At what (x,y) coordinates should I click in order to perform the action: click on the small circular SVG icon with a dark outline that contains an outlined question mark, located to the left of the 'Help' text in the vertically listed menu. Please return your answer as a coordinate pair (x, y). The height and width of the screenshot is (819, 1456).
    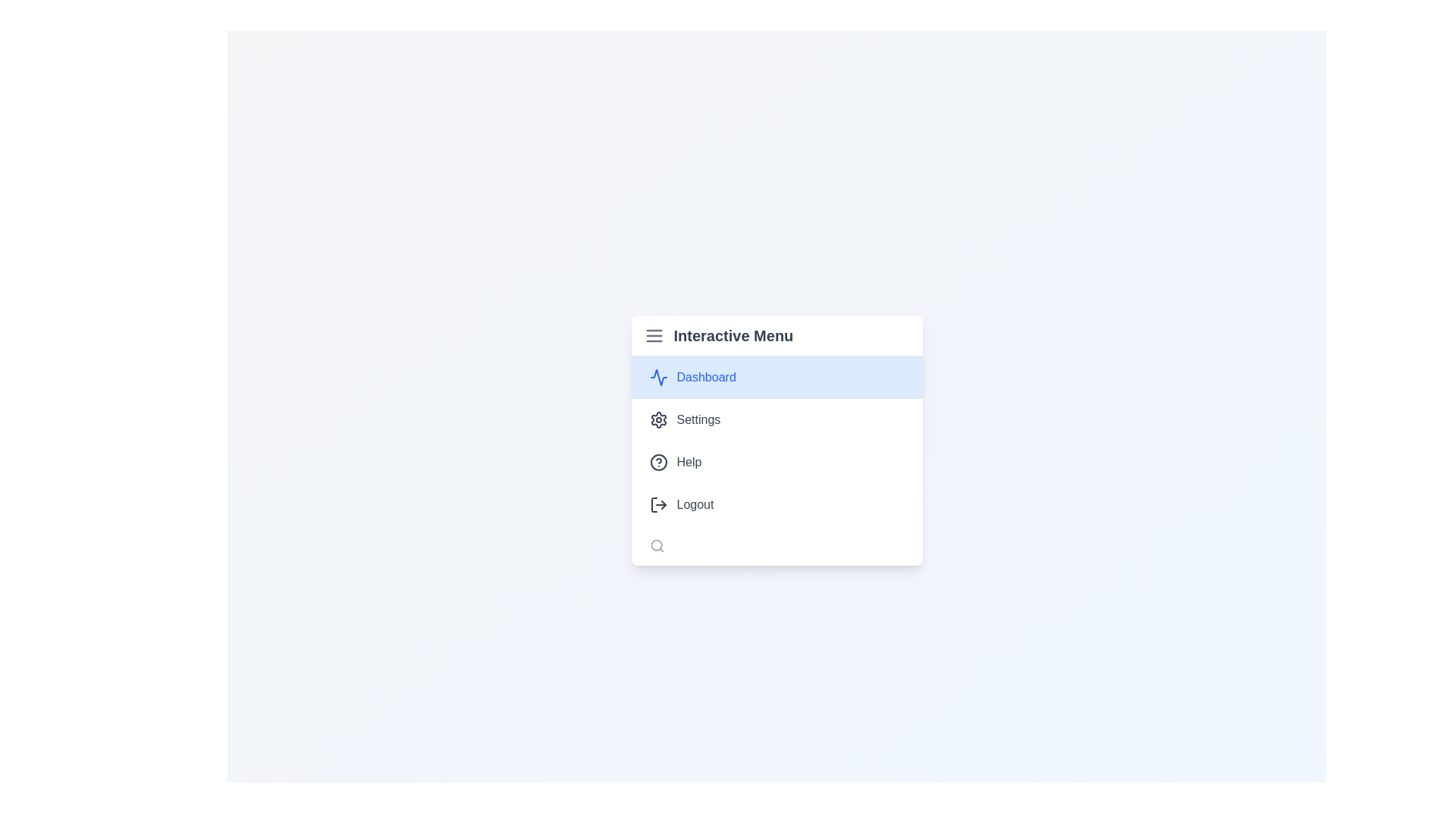
    Looking at the image, I should click on (658, 461).